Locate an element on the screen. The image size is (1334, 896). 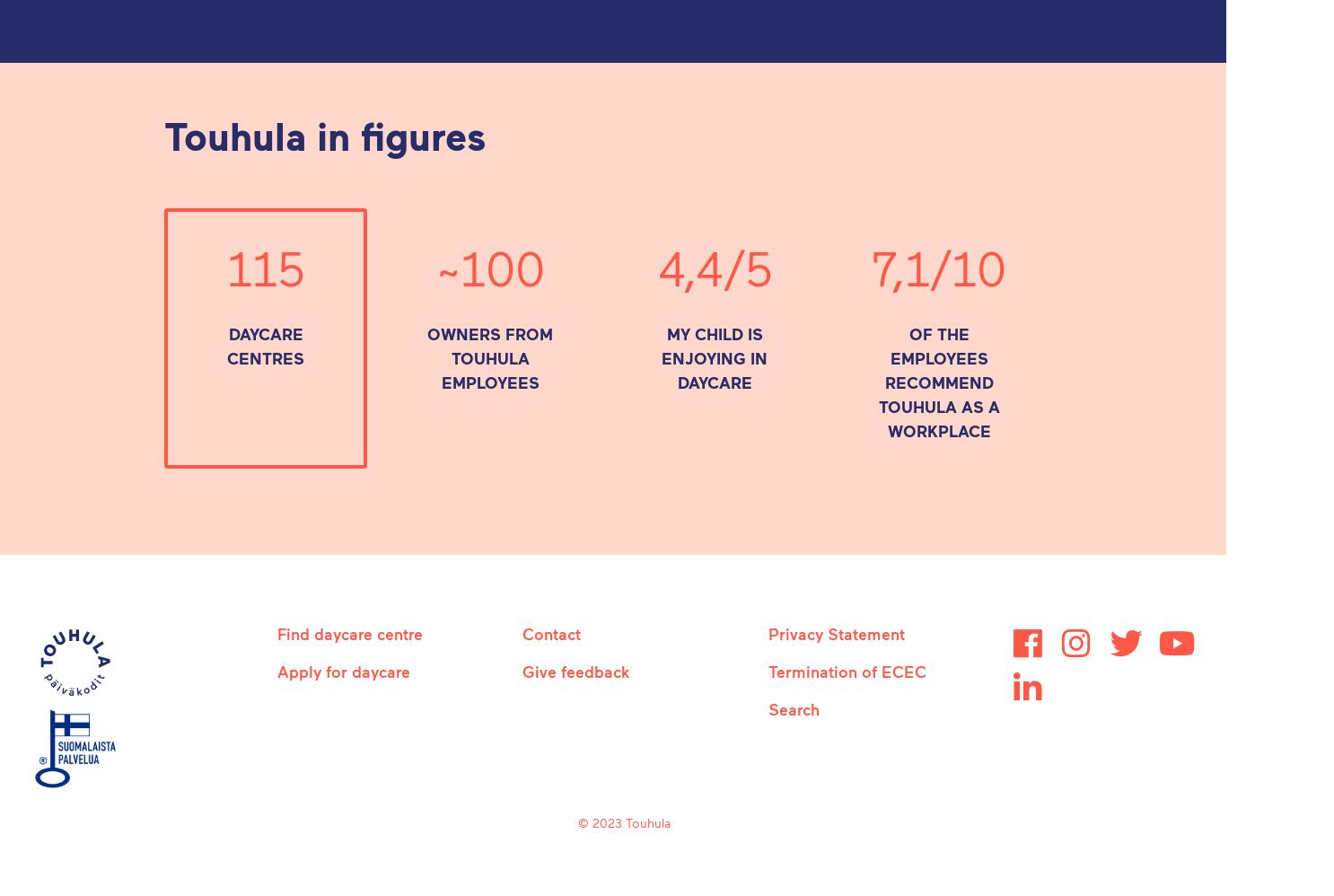
'© 2023 Touhula' is located at coordinates (576, 822).